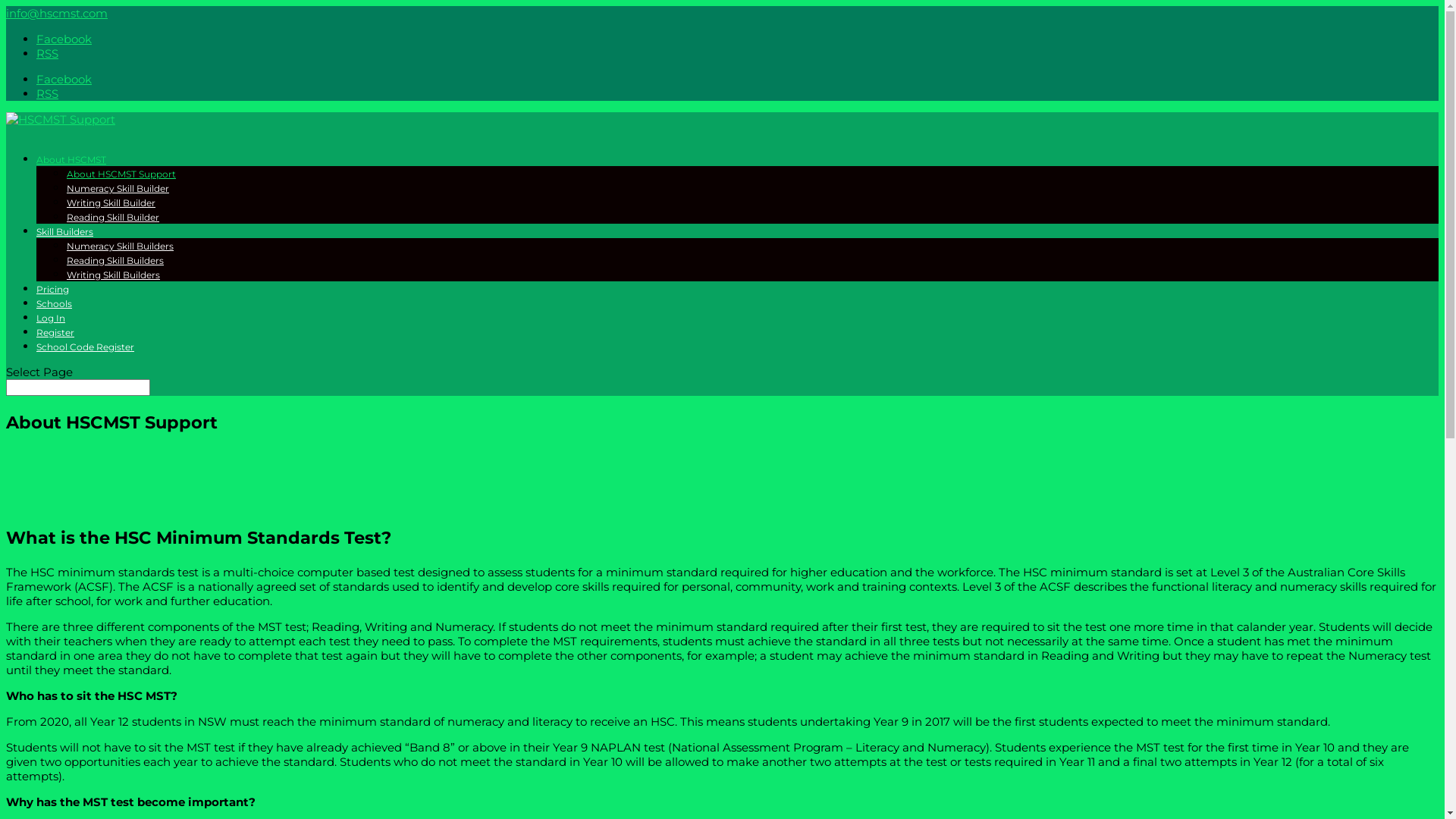  Describe the element at coordinates (51, 324) in the screenshot. I see `'Log In'` at that location.